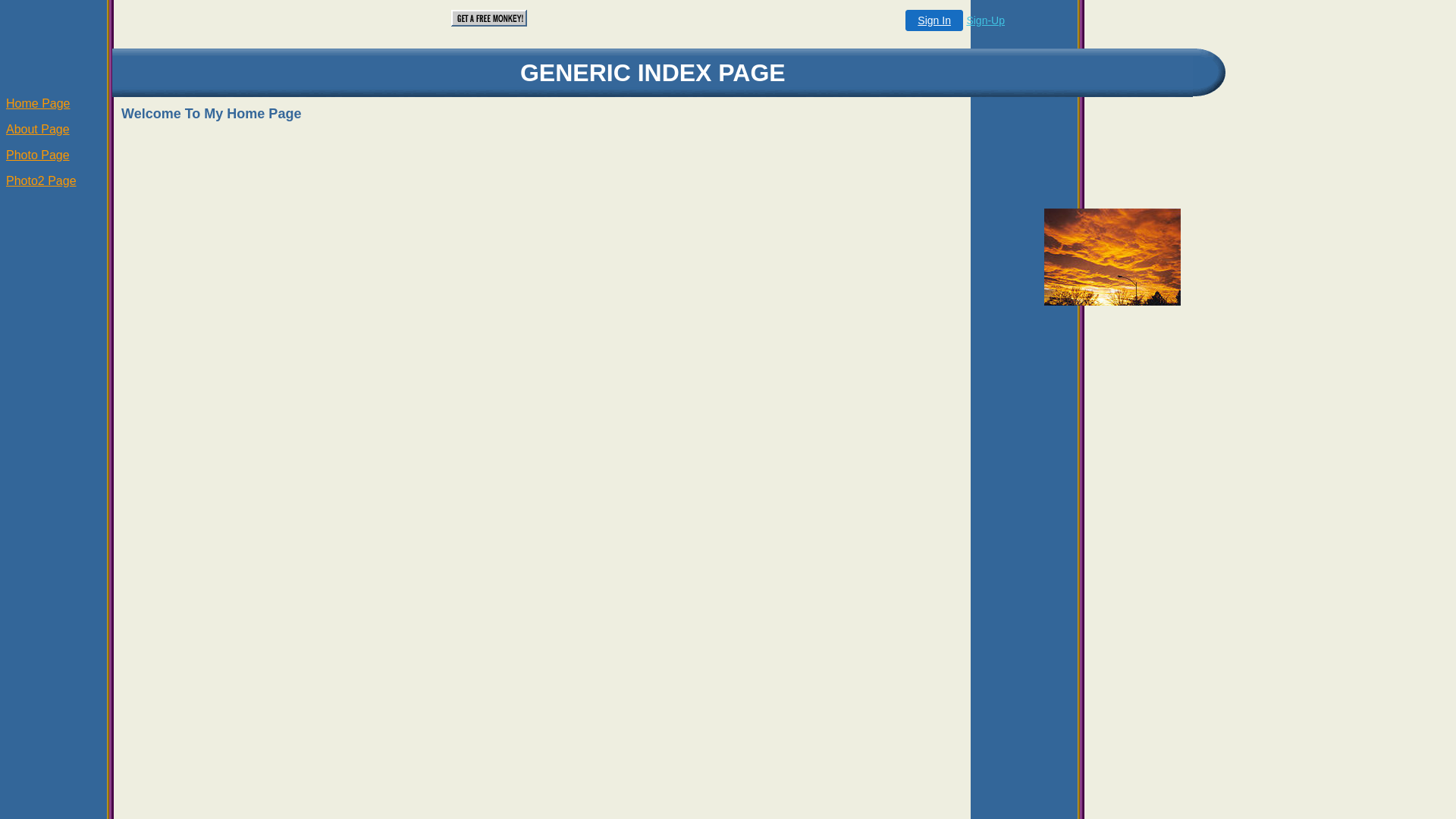  I want to click on 'About Page', so click(37, 128).